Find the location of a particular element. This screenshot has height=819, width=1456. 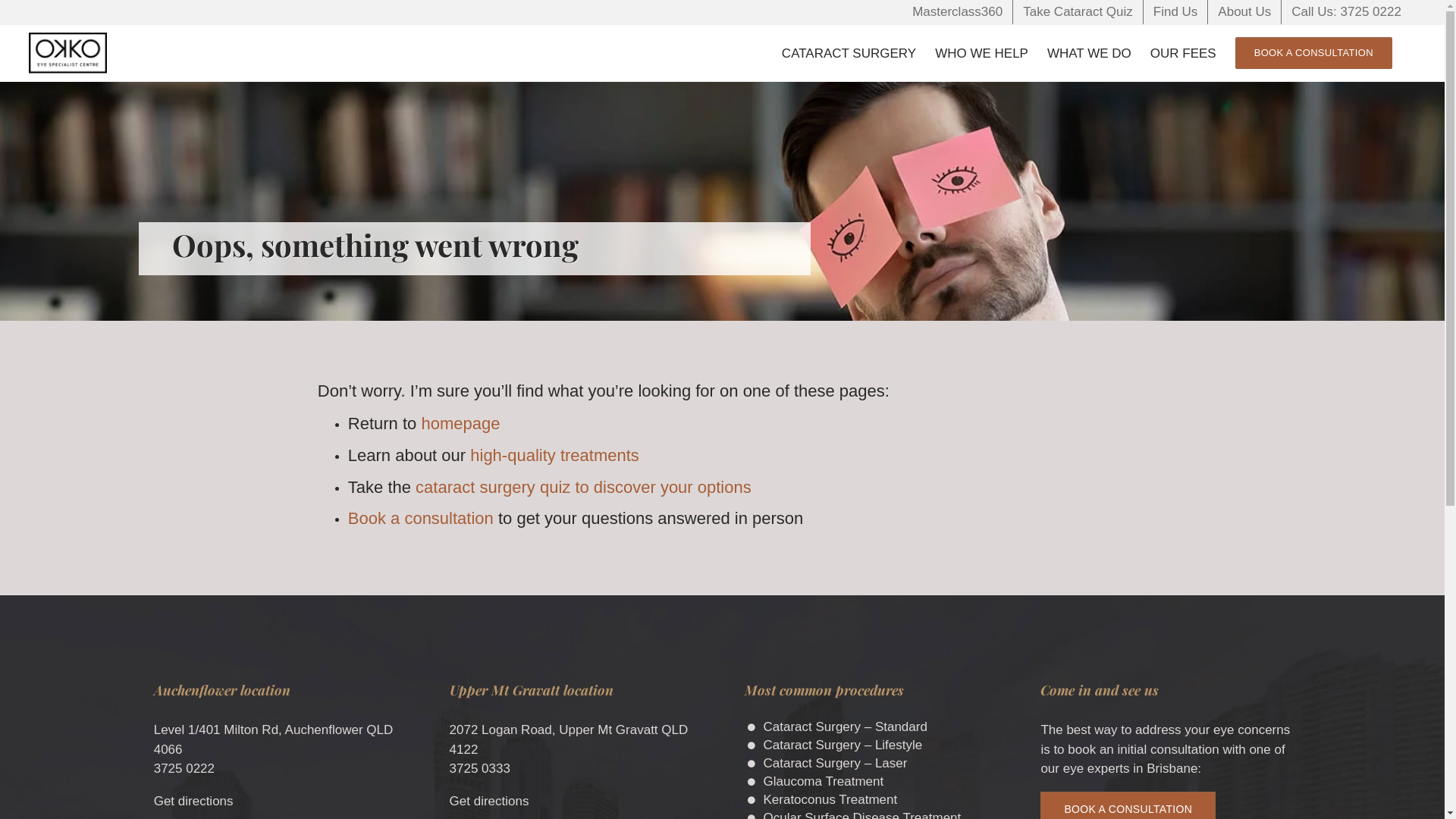

'Take Cataract Quiz' is located at coordinates (1012, 11).